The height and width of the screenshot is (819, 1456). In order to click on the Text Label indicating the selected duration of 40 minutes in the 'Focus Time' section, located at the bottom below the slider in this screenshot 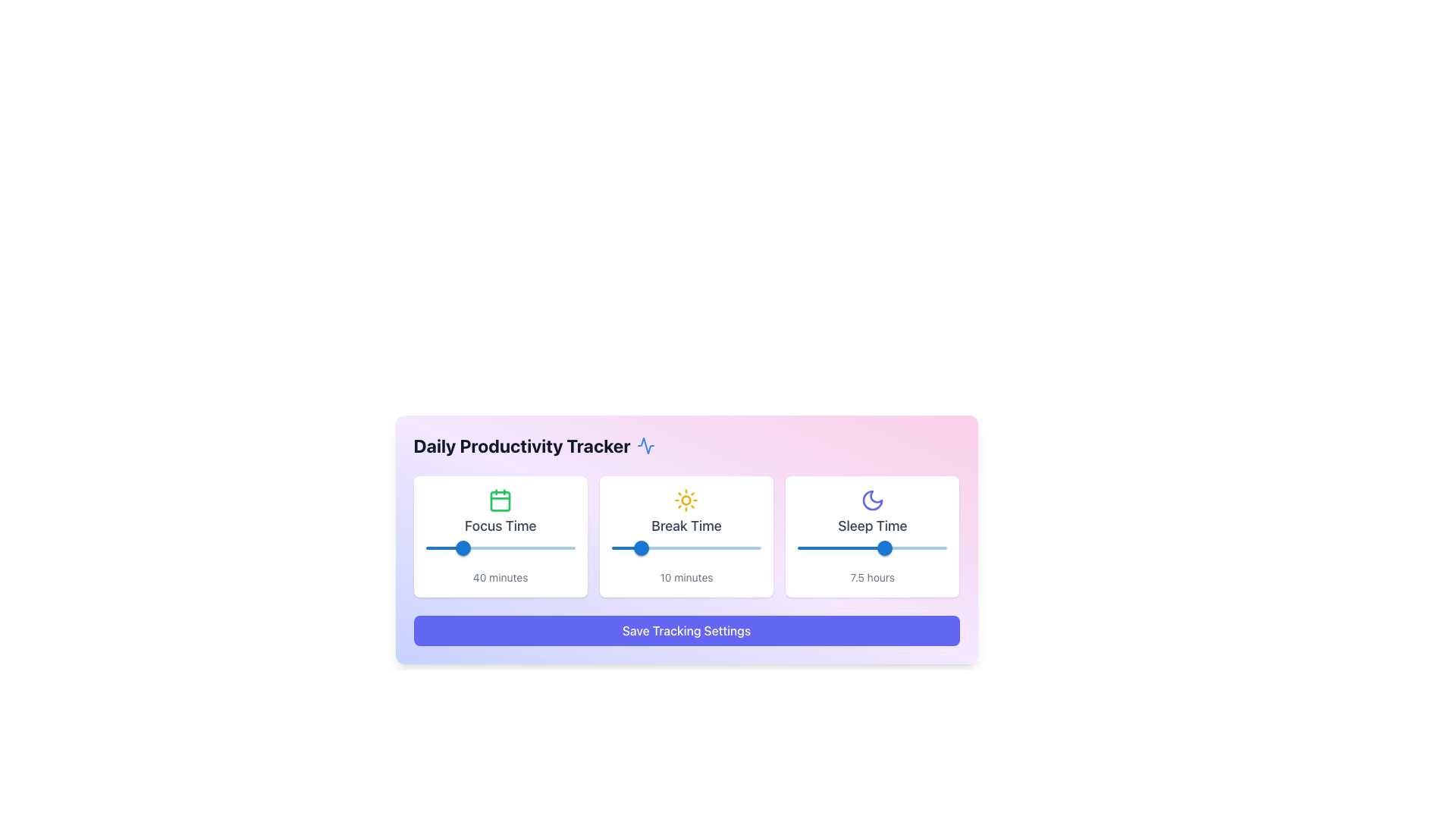, I will do `click(500, 578)`.